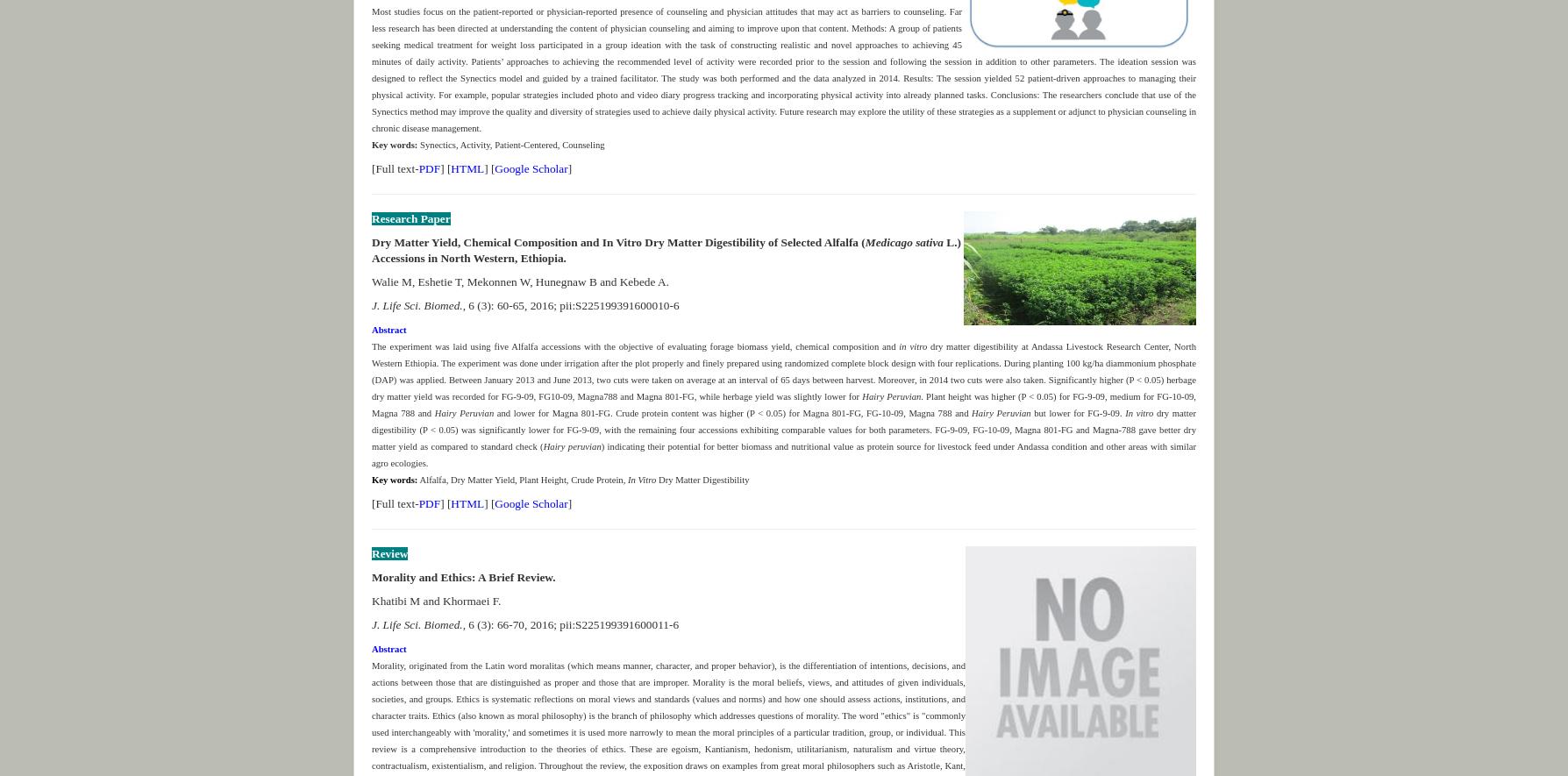 The image size is (1568, 776). Describe the element at coordinates (572, 304) in the screenshot. I see `'6 (3): 60-65, 2016; pii:S225199391600010-6'` at that location.